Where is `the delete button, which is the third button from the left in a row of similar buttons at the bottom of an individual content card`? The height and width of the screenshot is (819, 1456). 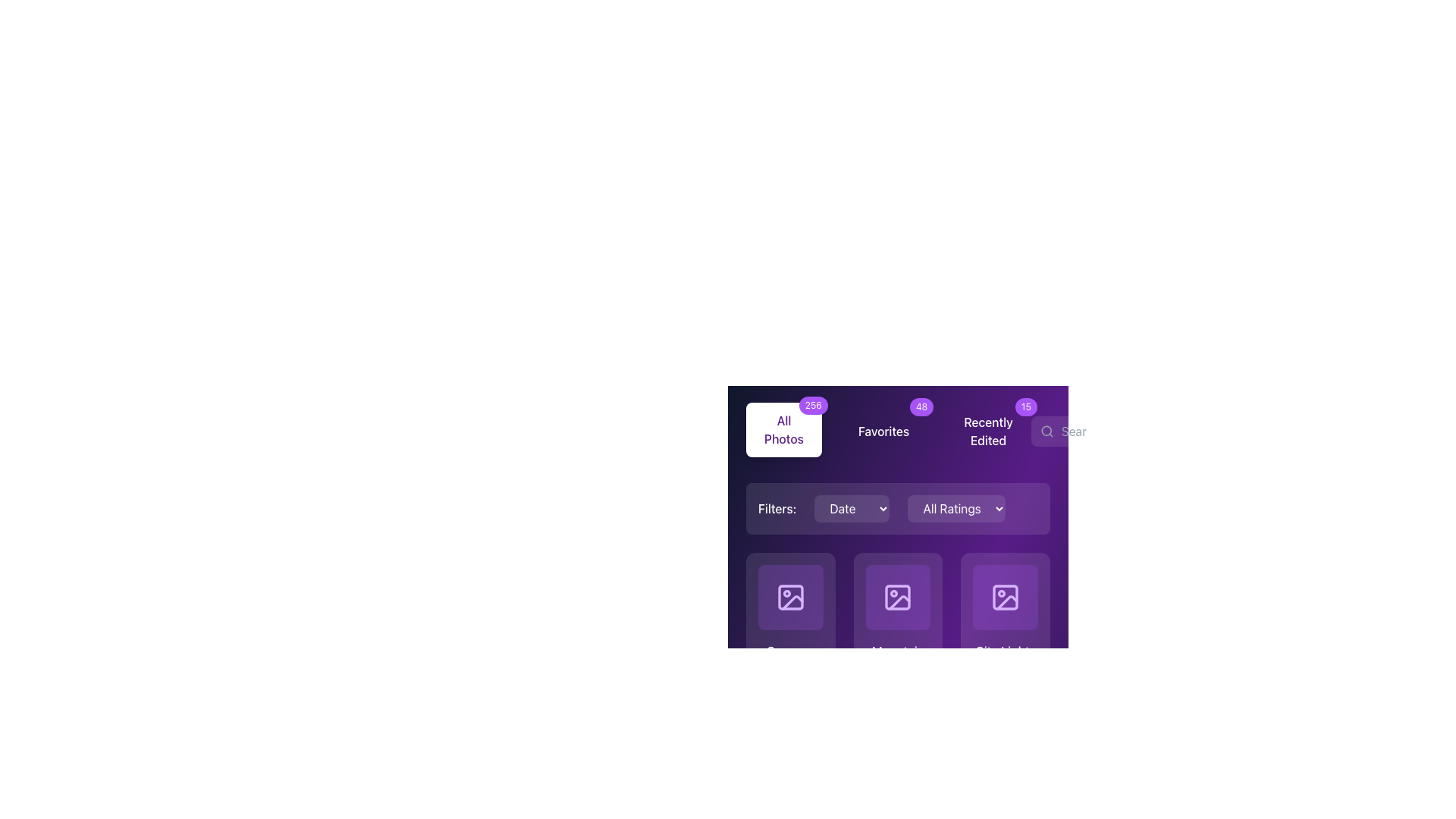 the delete button, which is the third button from the left in a row of similar buttons at the bottom of an individual content card is located at coordinates (937, 638).